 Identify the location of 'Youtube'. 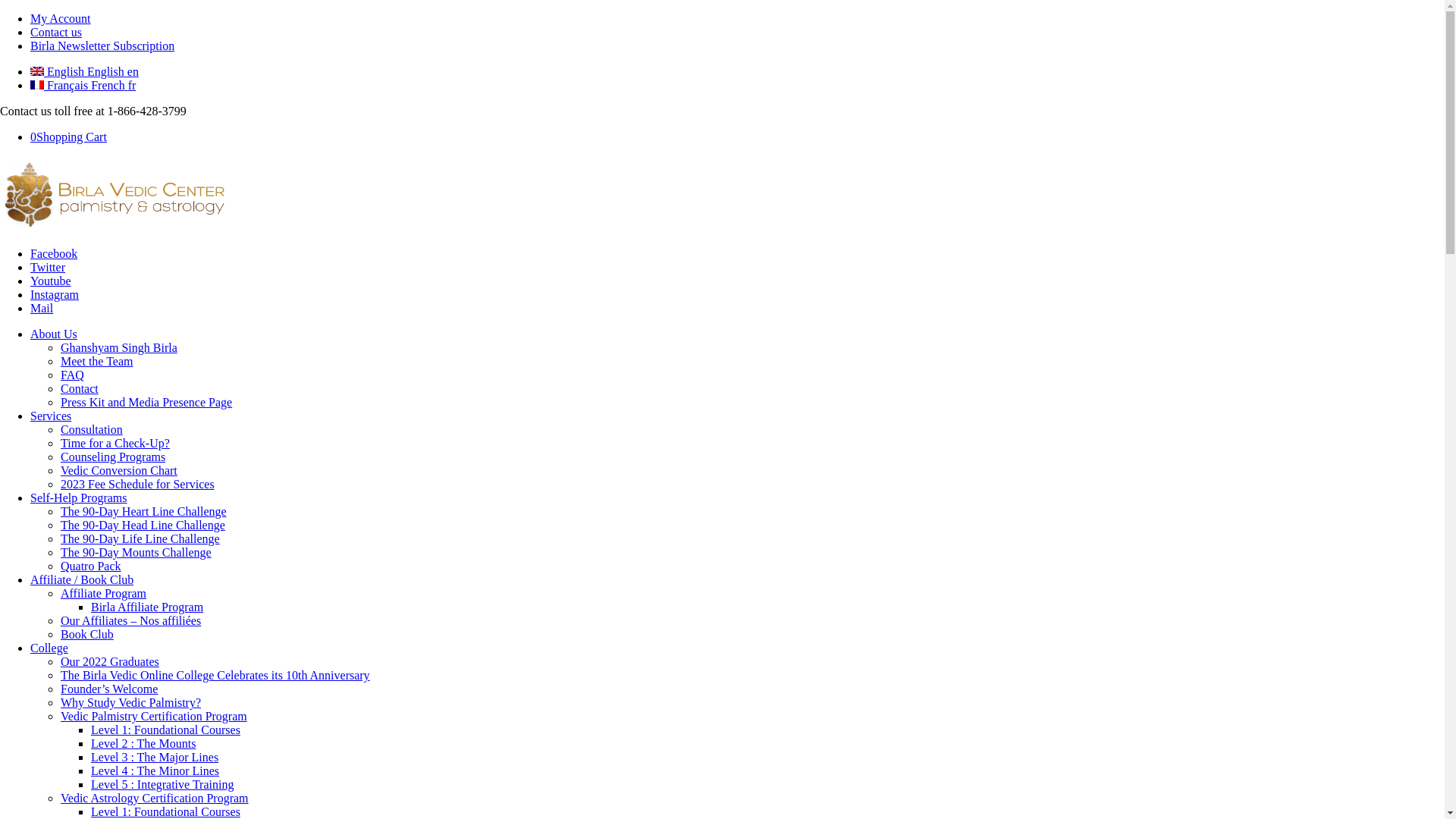
(51, 281).